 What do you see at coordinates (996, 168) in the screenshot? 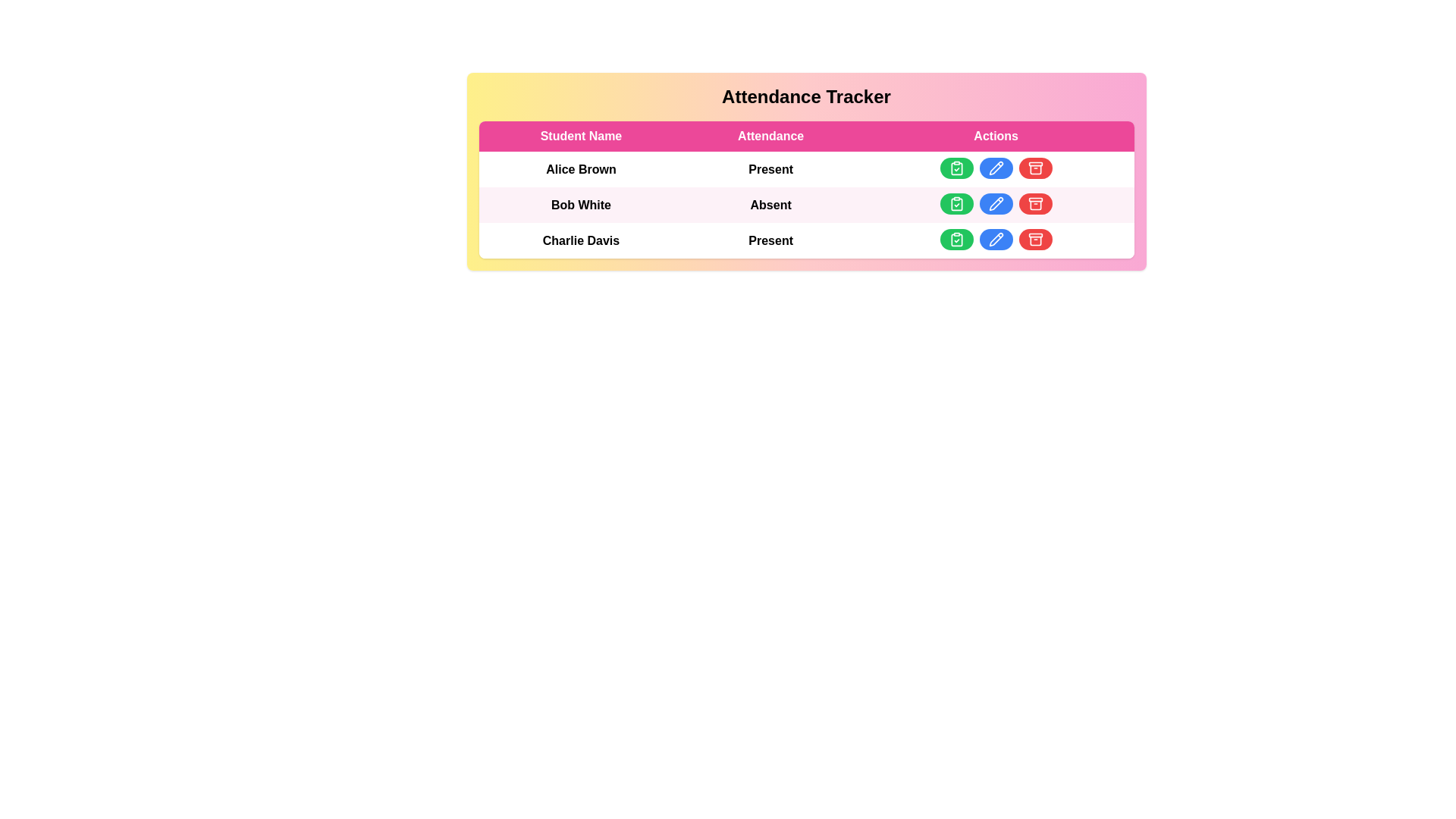
I see `'edit details' button for the student Alice Brown` at bounding box center [996, 168].